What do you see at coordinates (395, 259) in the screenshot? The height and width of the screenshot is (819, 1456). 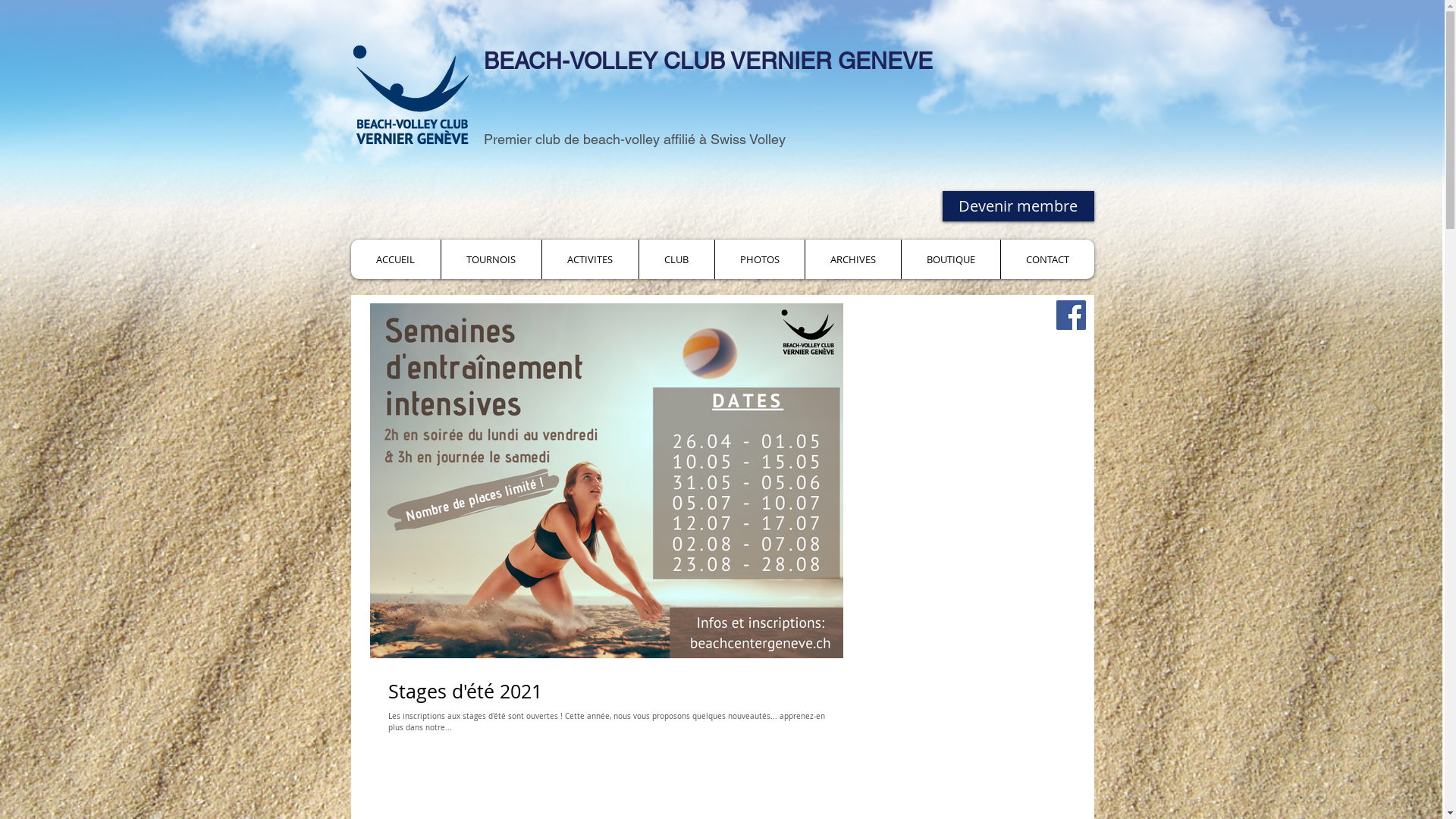 I see `'ACCUEIL'` at bounding box center [395, 259].